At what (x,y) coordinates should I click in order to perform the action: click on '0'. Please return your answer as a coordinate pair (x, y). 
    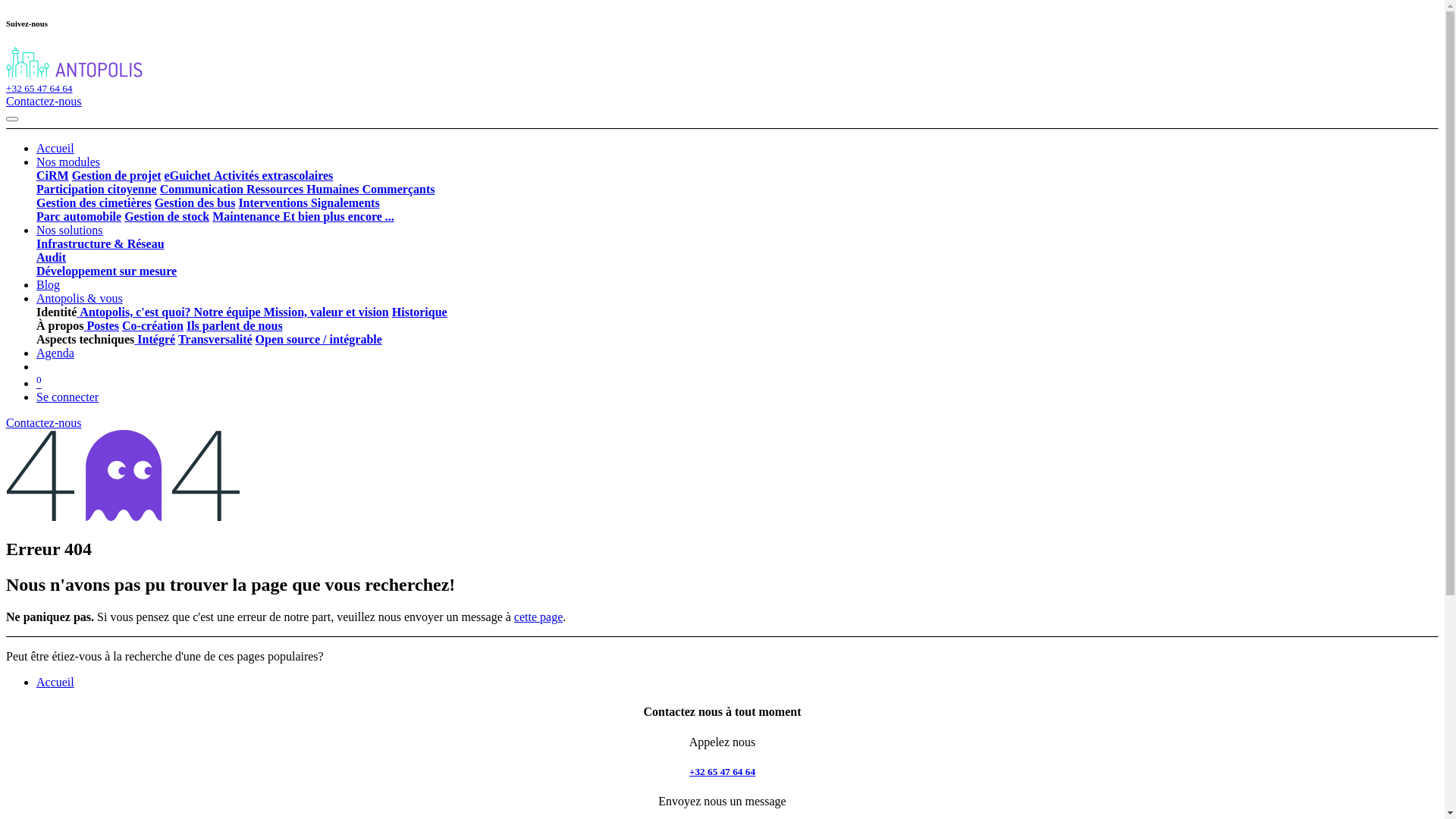
    Looking at the image, I should click on (39, 382).